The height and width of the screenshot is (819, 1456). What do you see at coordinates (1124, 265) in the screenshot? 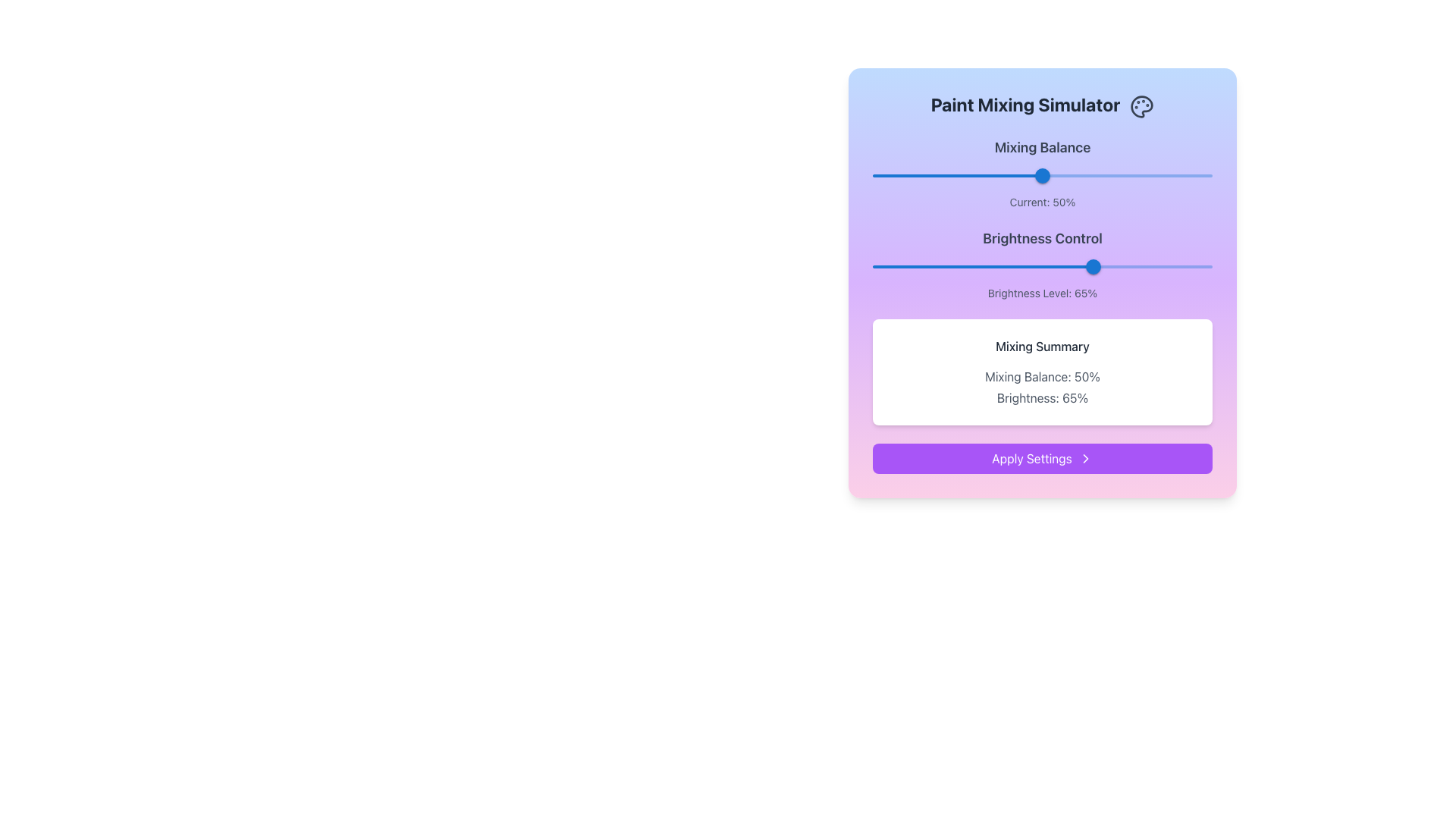
I see `the brightness level` at bounding box center [1124, 265].